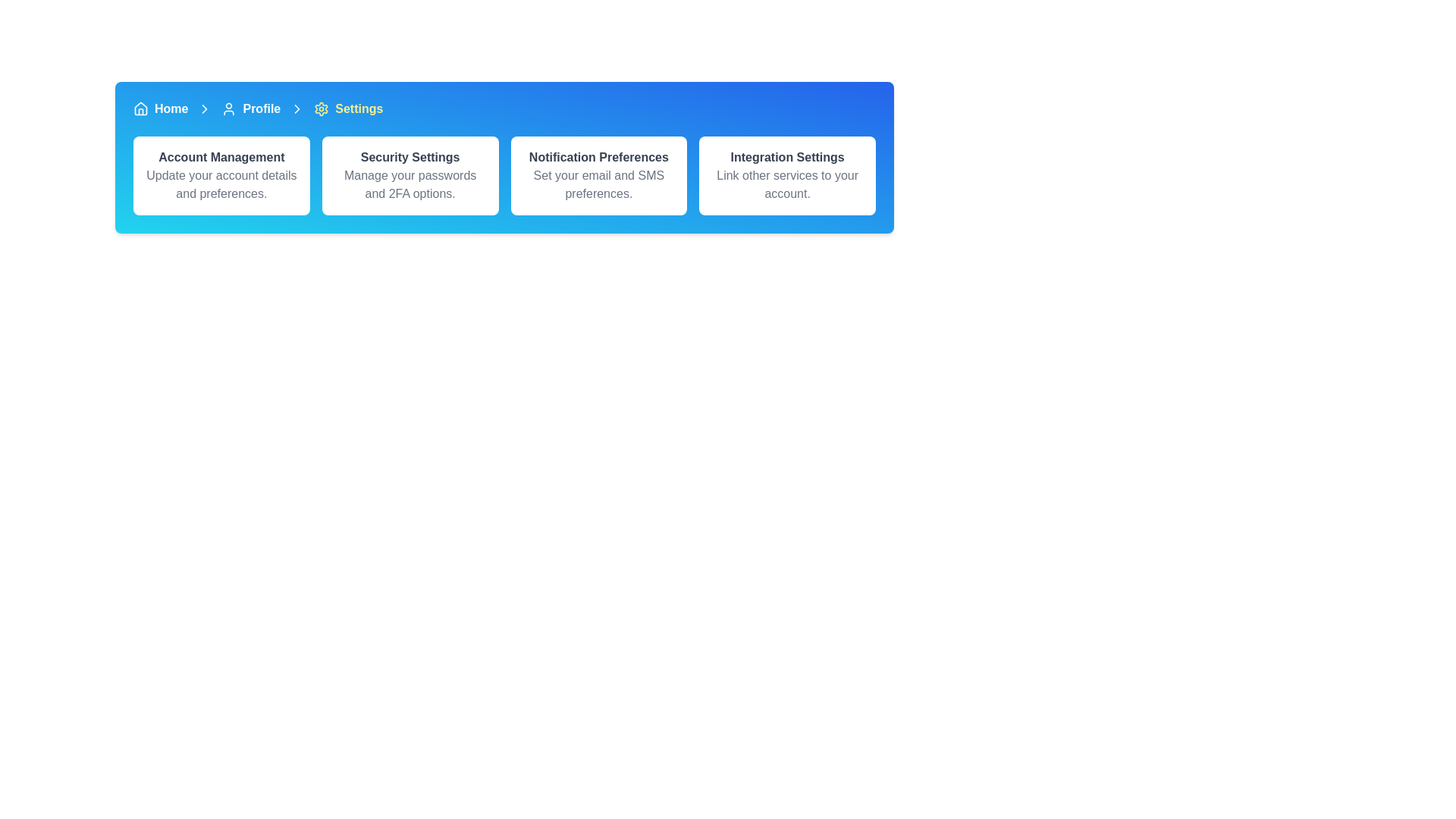  What do you see at coordinates (171, 108) in the screenshot?
I see `the hyperlink located near the left side of the navigation bar` at bounding box center [171, 108].